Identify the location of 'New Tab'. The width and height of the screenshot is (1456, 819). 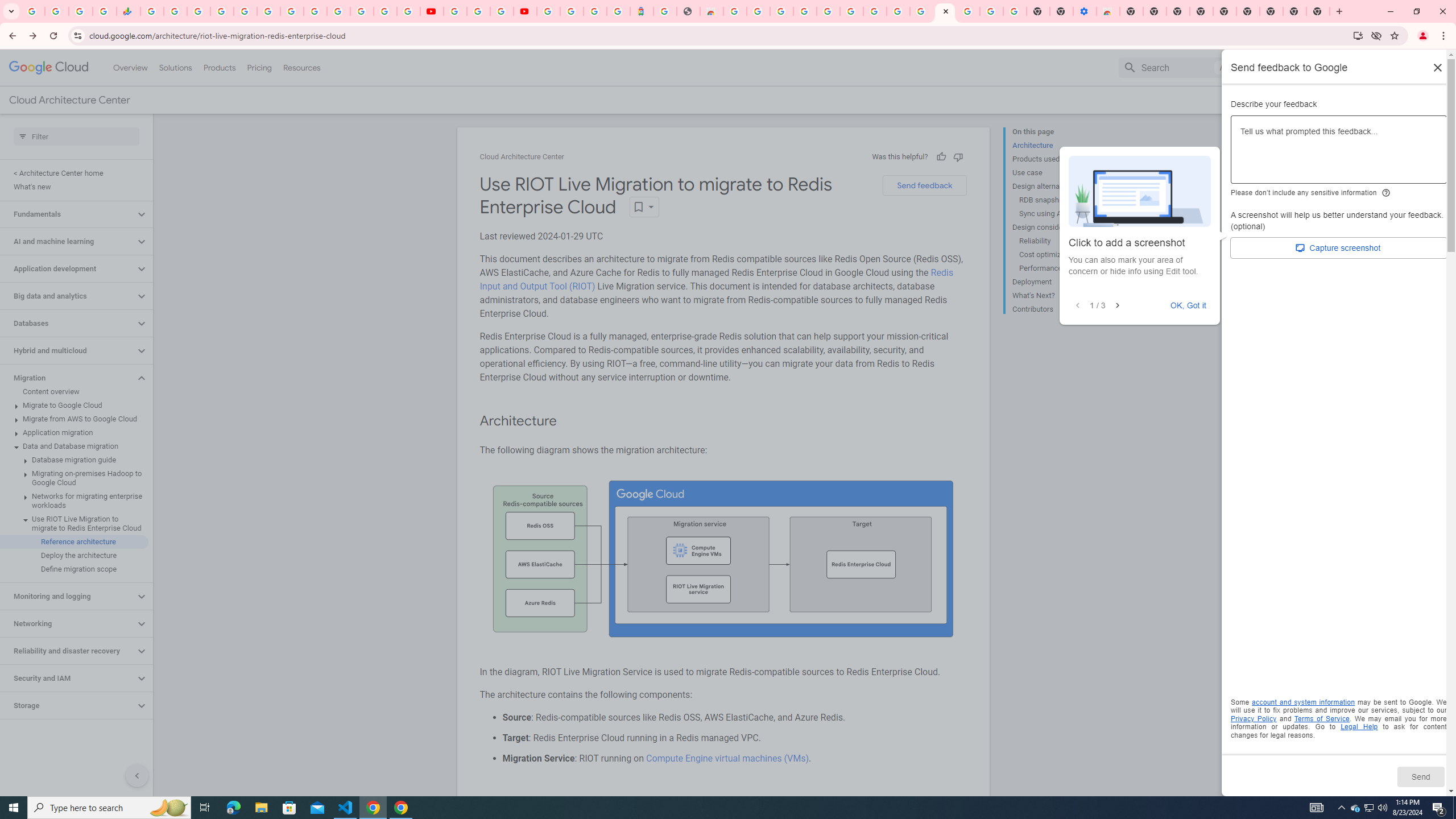
(1271, 11).